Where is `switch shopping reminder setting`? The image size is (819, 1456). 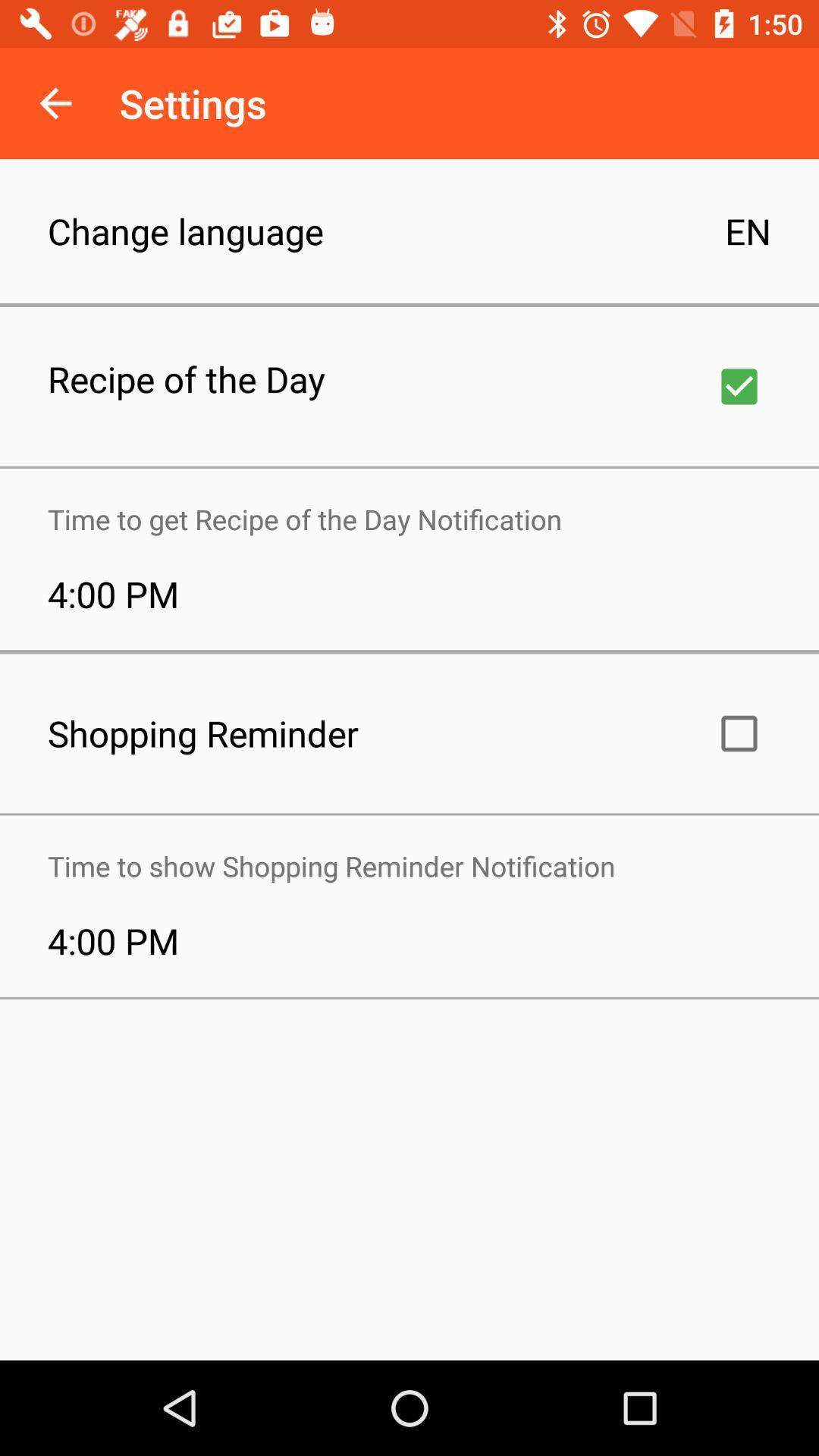 switch shopping reminder setting is located at coordinates (739, 733).